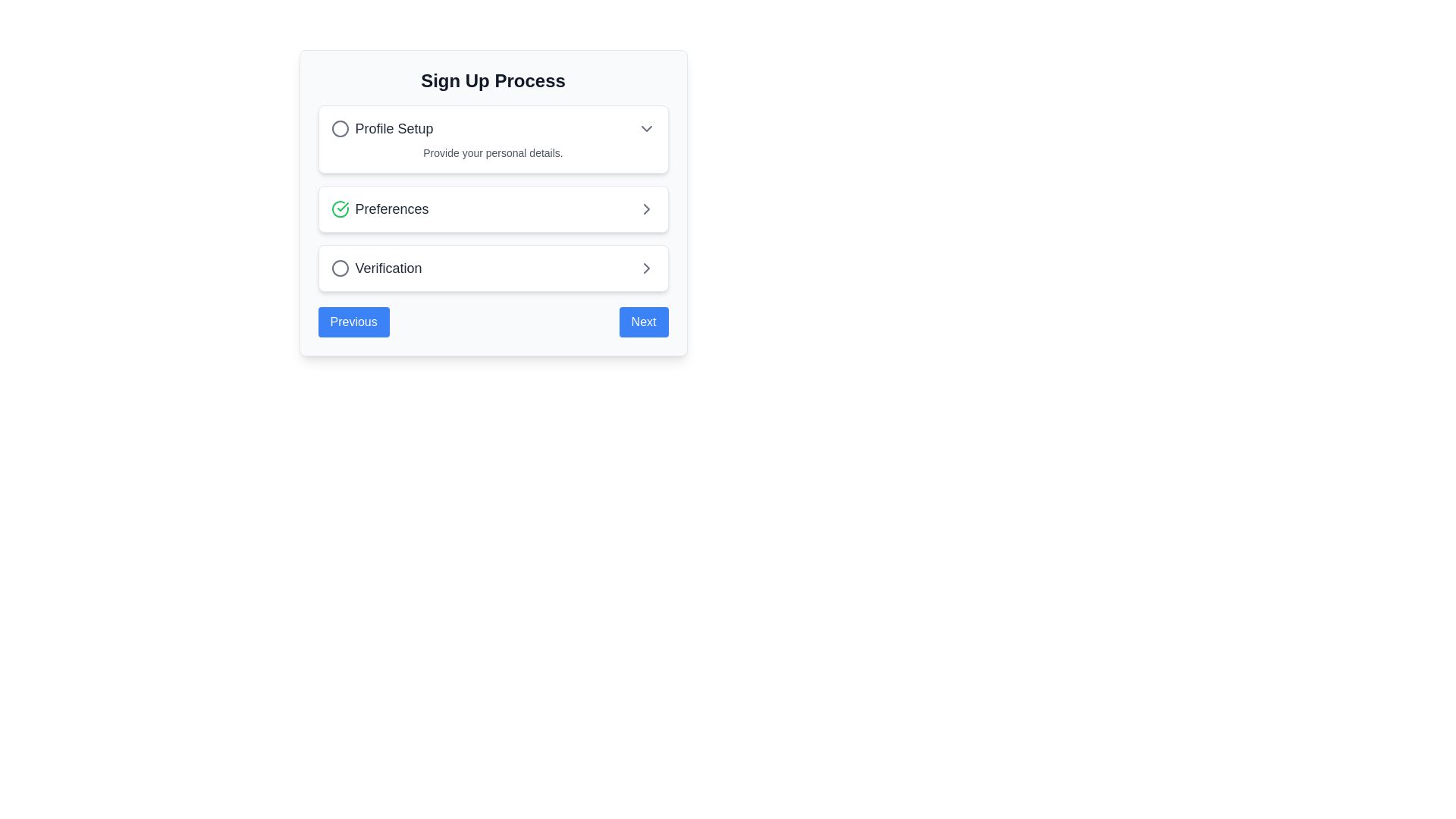 The height and width of the screenshot is (819, 1456). Describe the element at coordinates (339, 268) in the screenshot. I see `the Status or indicator icon representing the Verification step in the multi-step process, which is the third icon aligned vertically to the left of the 'Verification' text` at that location.